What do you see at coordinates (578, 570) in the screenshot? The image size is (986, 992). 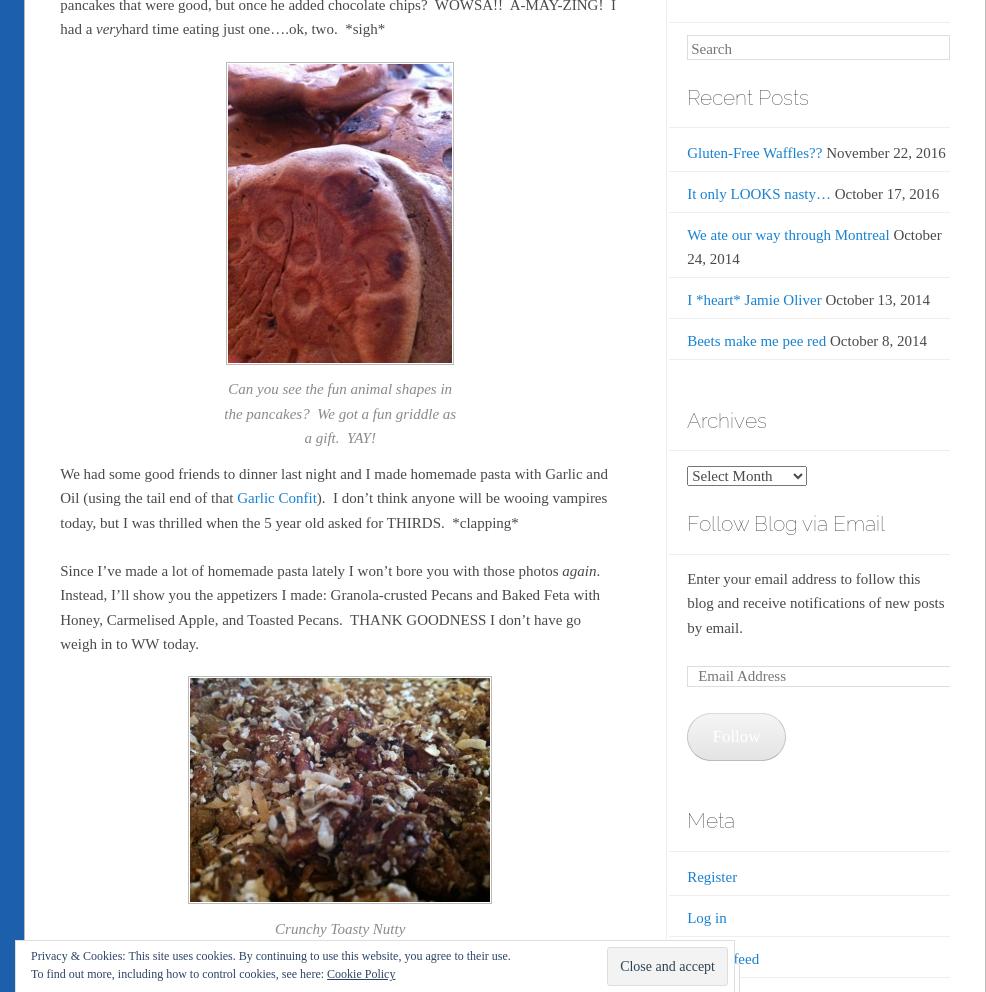 I see `'again'` at bounding box center [578, 570].